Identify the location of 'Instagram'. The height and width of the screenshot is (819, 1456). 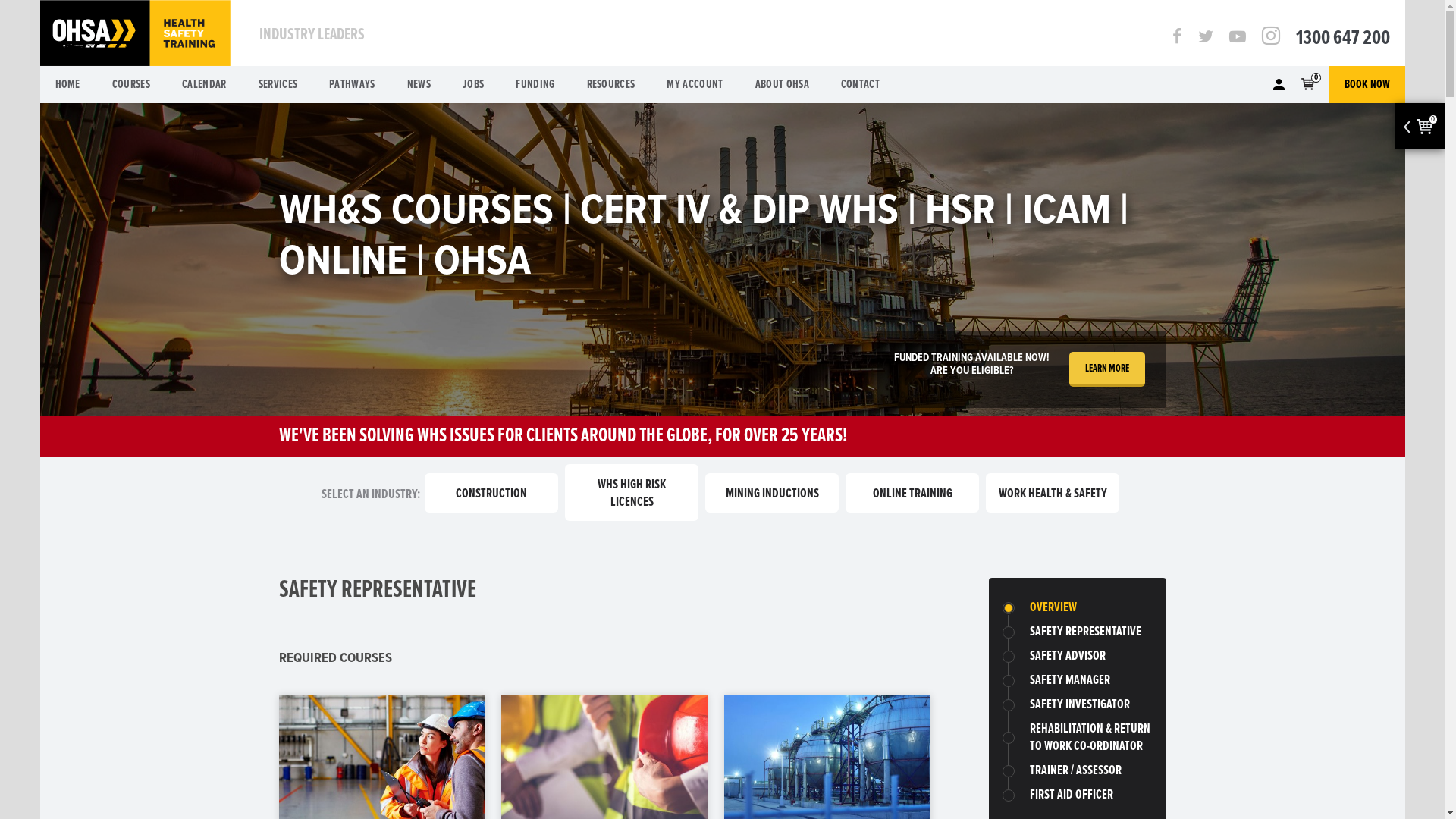
(1262, 37).